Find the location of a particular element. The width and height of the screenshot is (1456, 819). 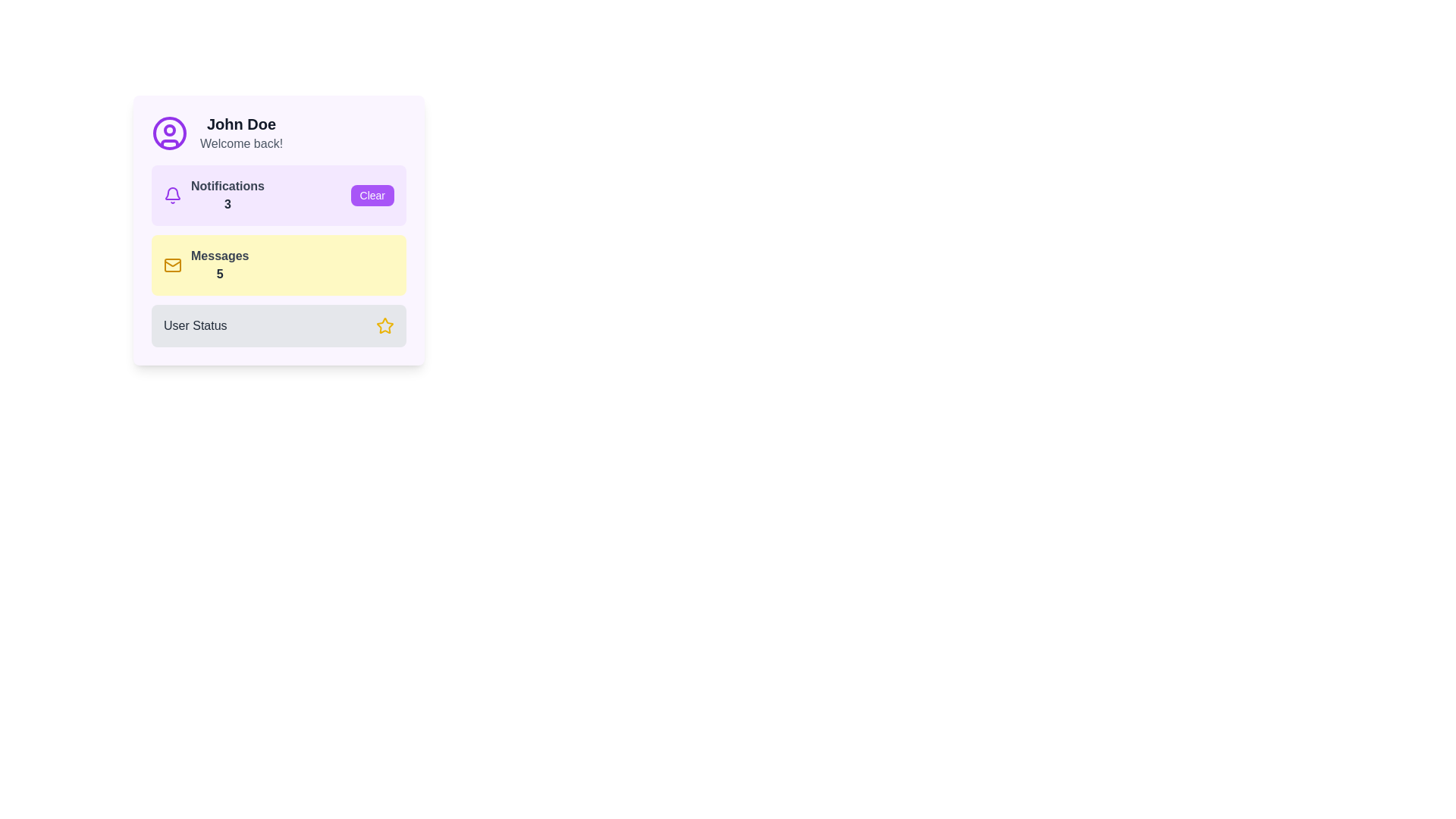

the user header text located at the top left section of the panel interface, above the text 'Welcome back!' is located at coordinates (240, 124).